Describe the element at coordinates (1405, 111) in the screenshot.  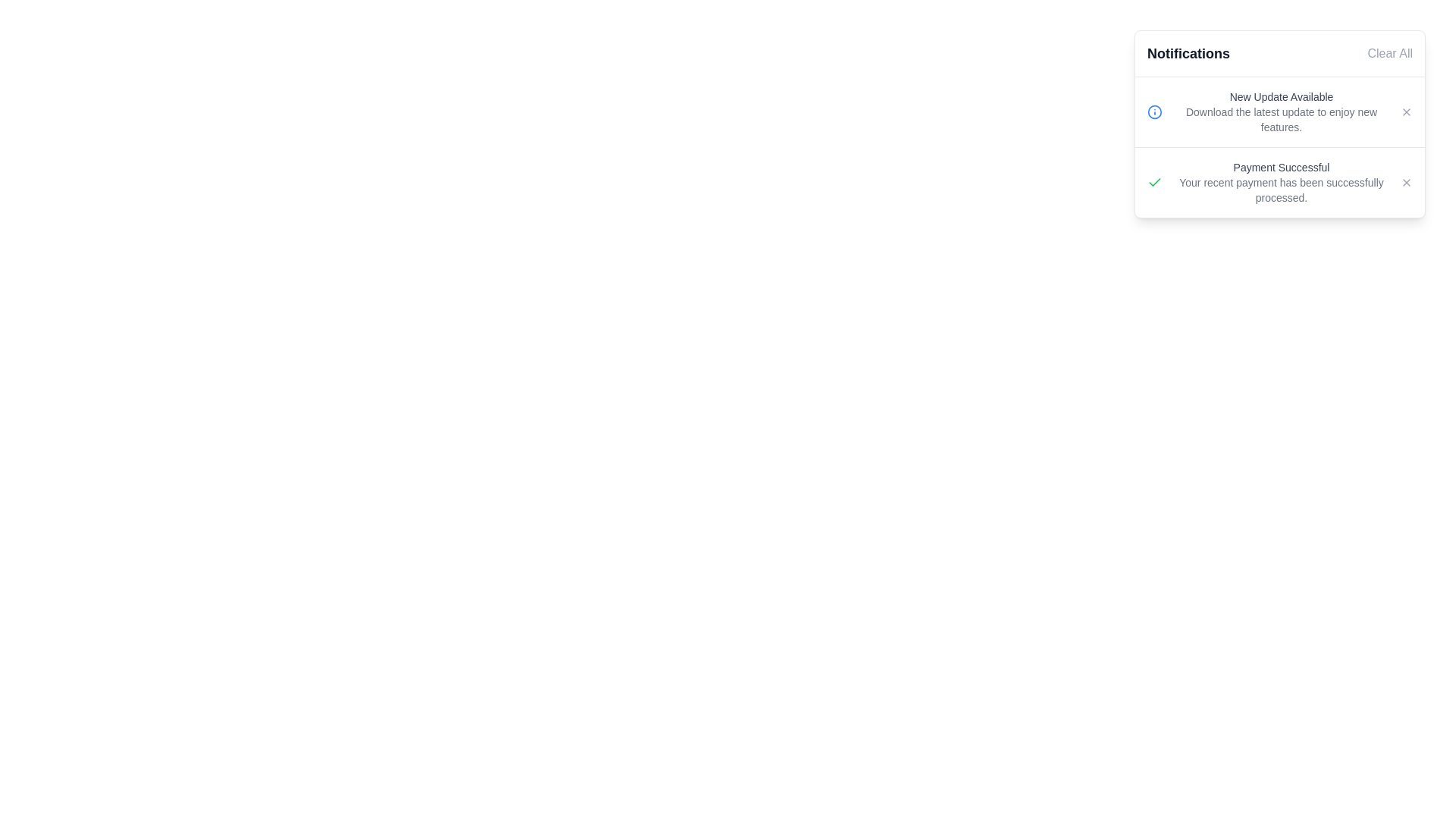
I see `the small 'X' button in the notification area` at that location.